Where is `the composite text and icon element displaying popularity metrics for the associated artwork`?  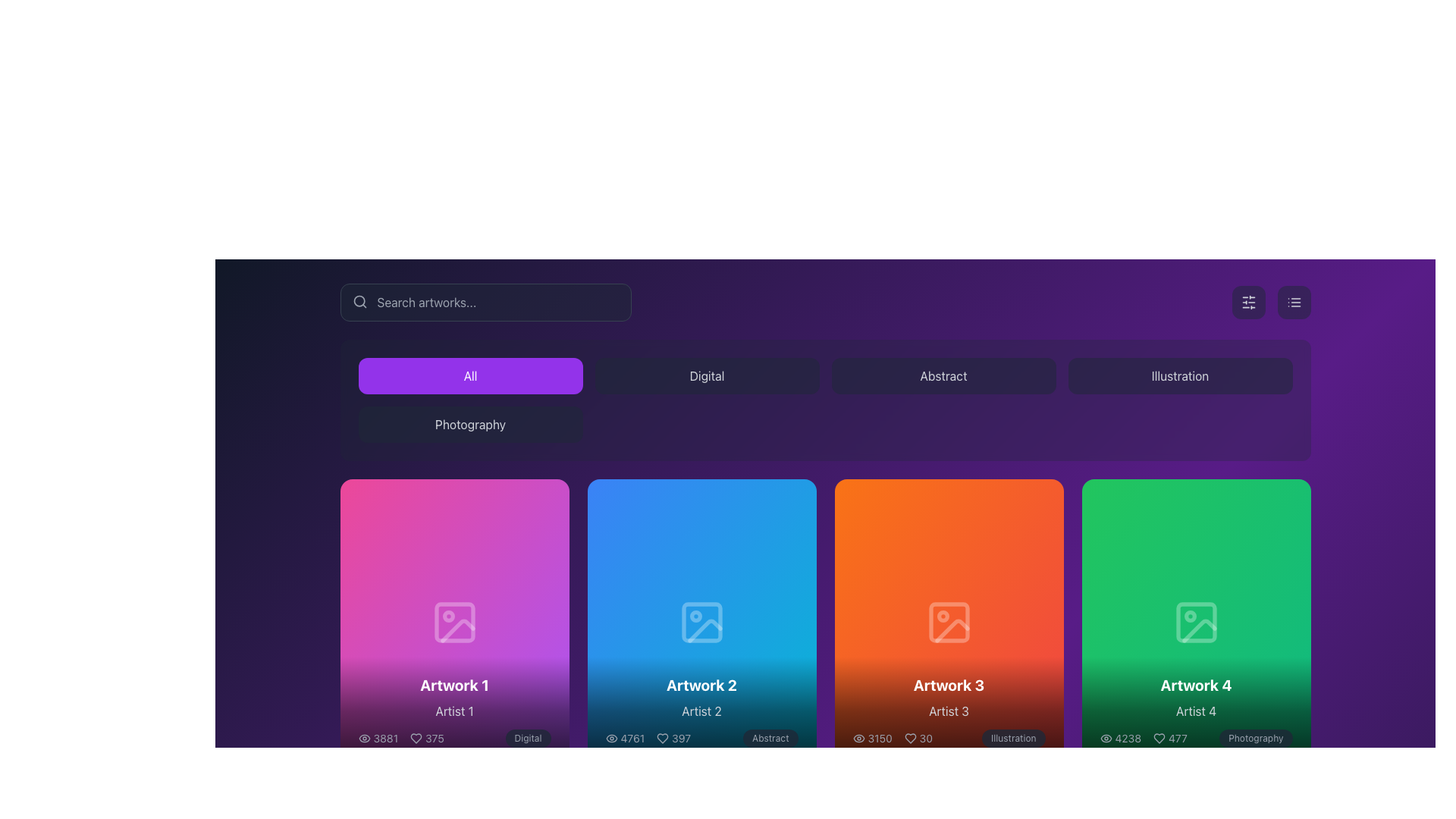
the composite text and icon element displaying popularity metrics for the associated artwork is located at coordinates (893, 737).